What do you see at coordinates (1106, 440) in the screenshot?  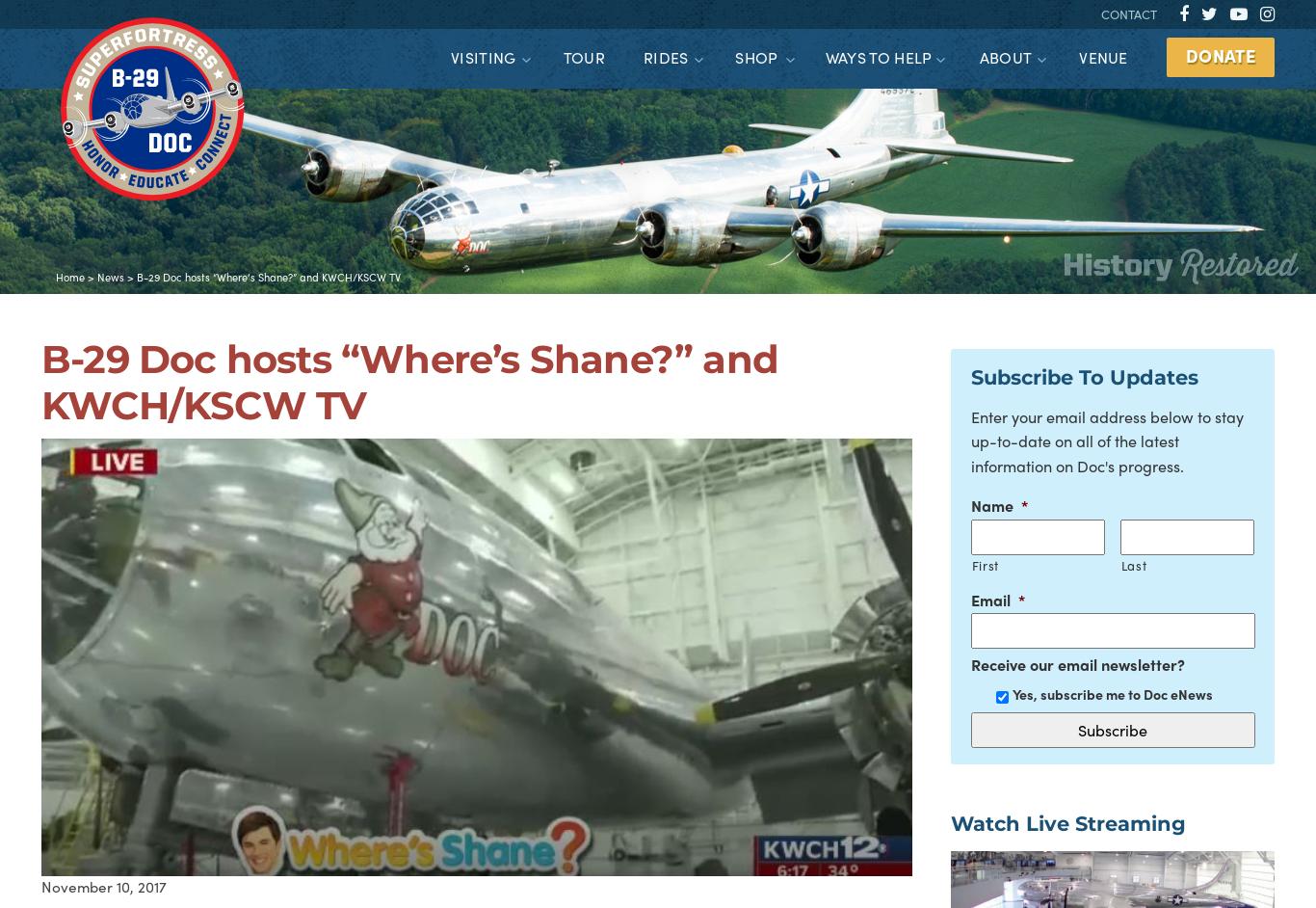 I see `'Enter your email address below to stay up-to-date on all of the latest information on Doc's progress.'` at bounding box center [1106, 440].